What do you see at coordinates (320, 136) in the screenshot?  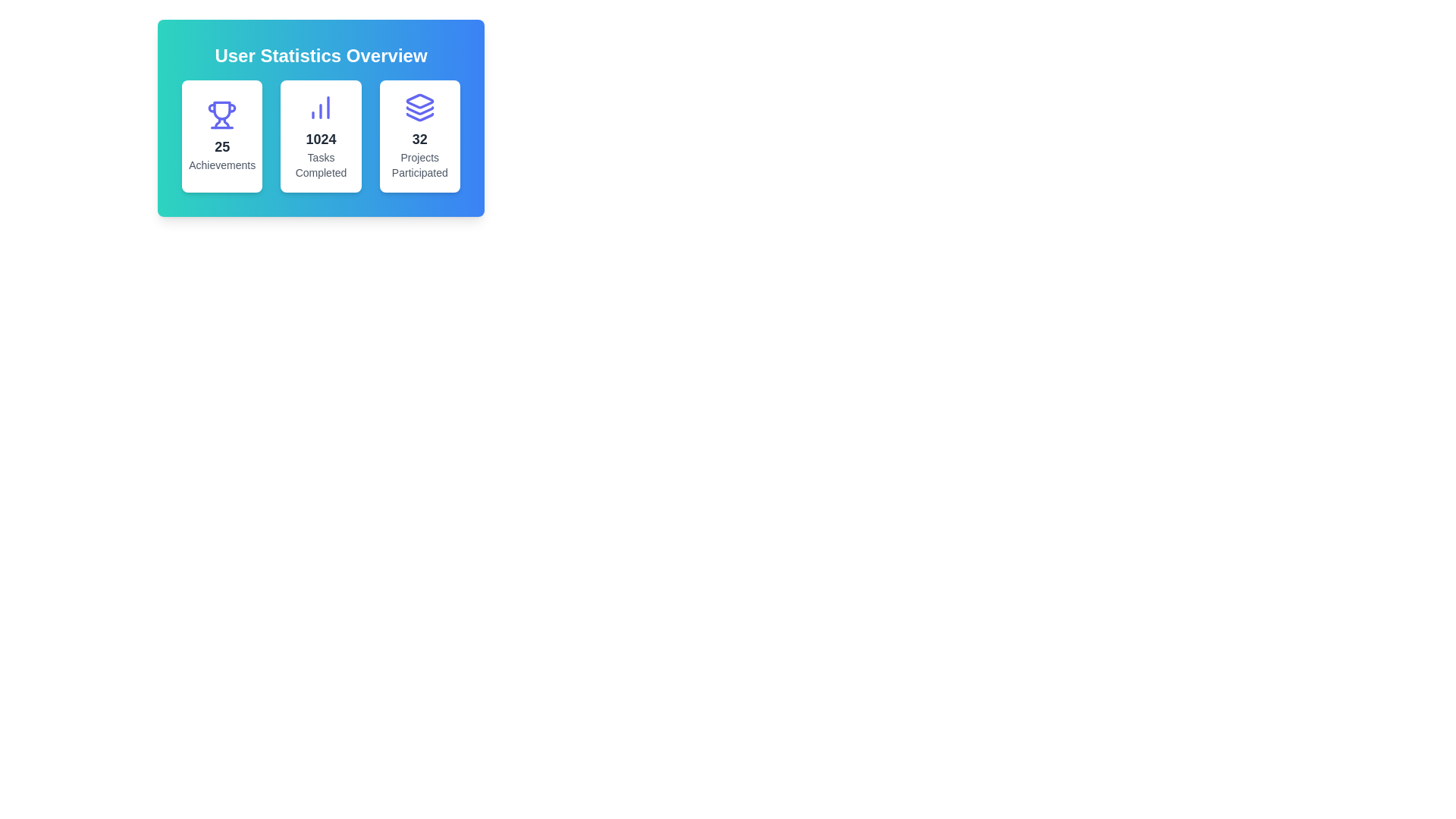 I see `the statistic card displaying the bold numerical value and descriptive text in the second column of the three-column grid layout under the title 'User Statistics Overview'` at bounding box center [320, 136].